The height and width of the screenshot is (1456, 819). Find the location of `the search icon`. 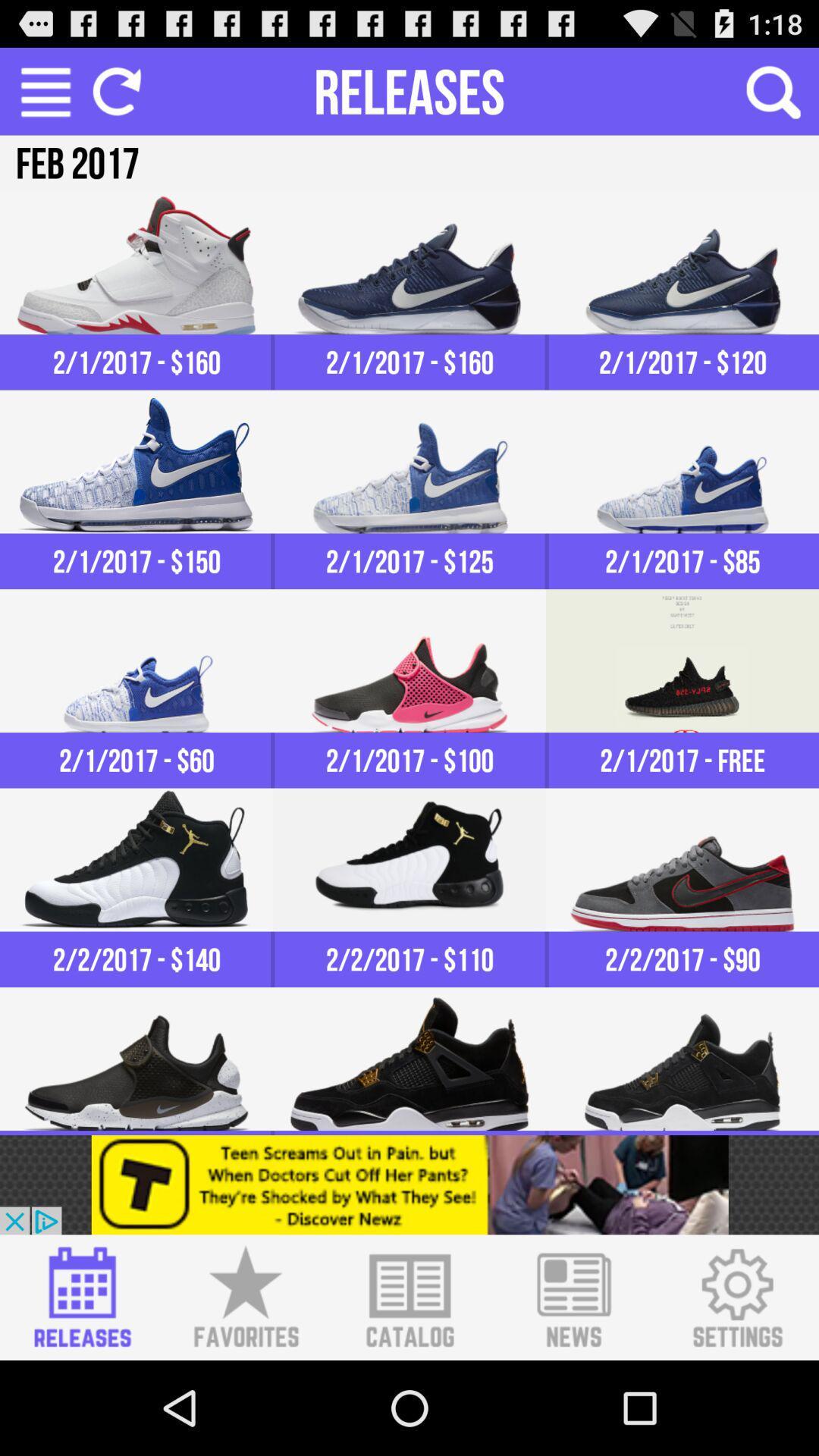

the search icon is located at coordinates (772, 97).